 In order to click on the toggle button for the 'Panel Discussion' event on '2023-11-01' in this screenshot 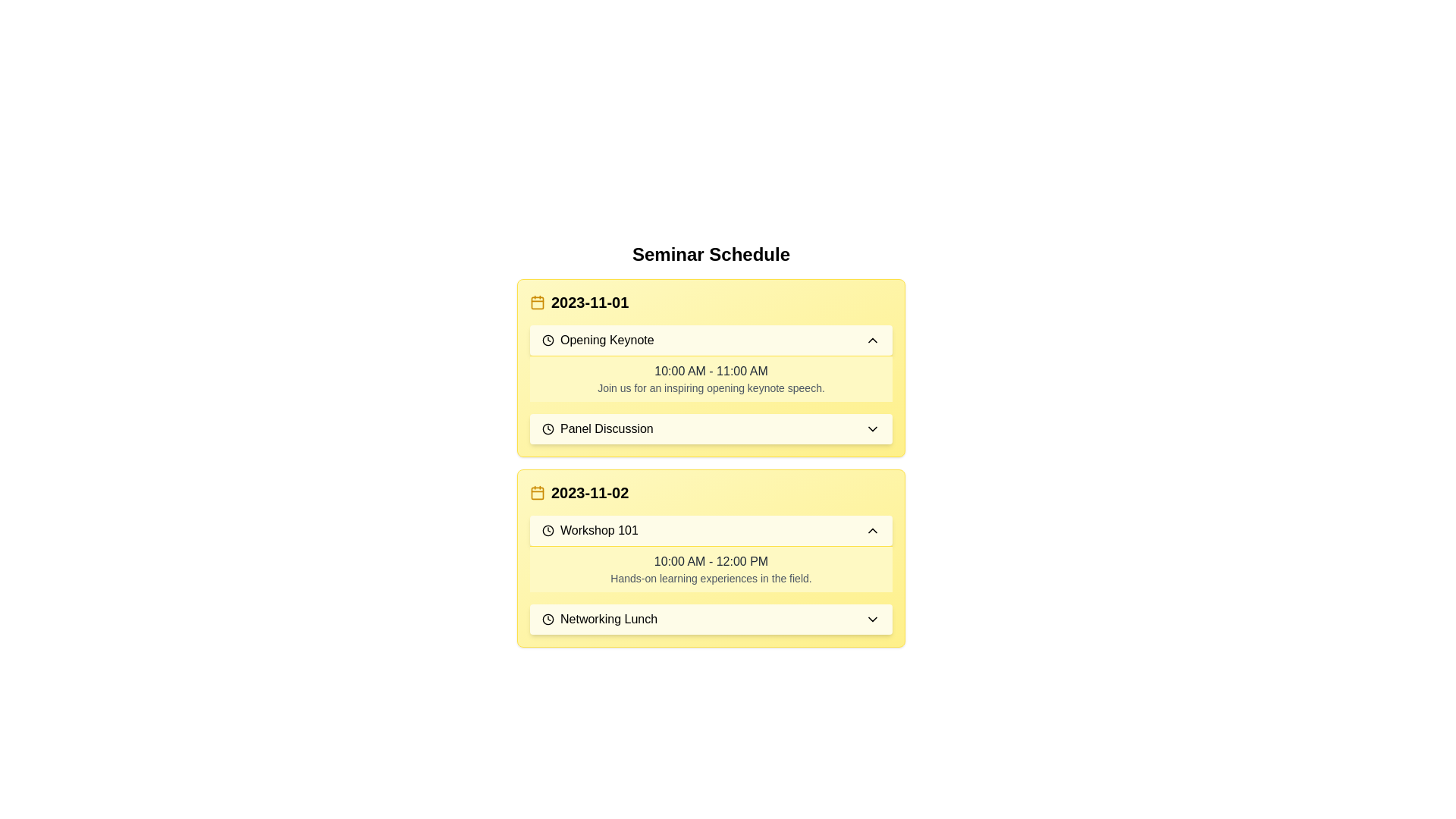, I will do `click(710, 429)`.